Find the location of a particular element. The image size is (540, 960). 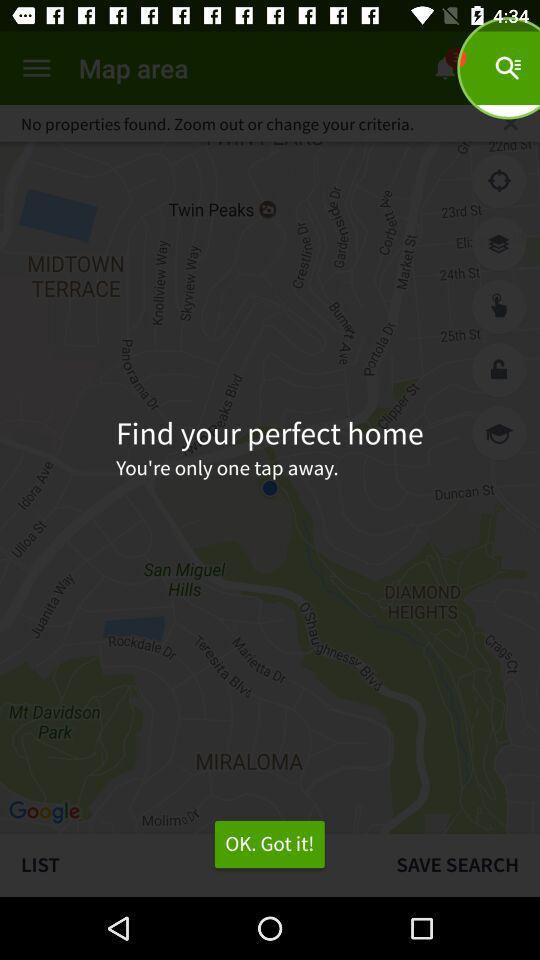

item to the left of save search item is located at coordinates (269, 843).